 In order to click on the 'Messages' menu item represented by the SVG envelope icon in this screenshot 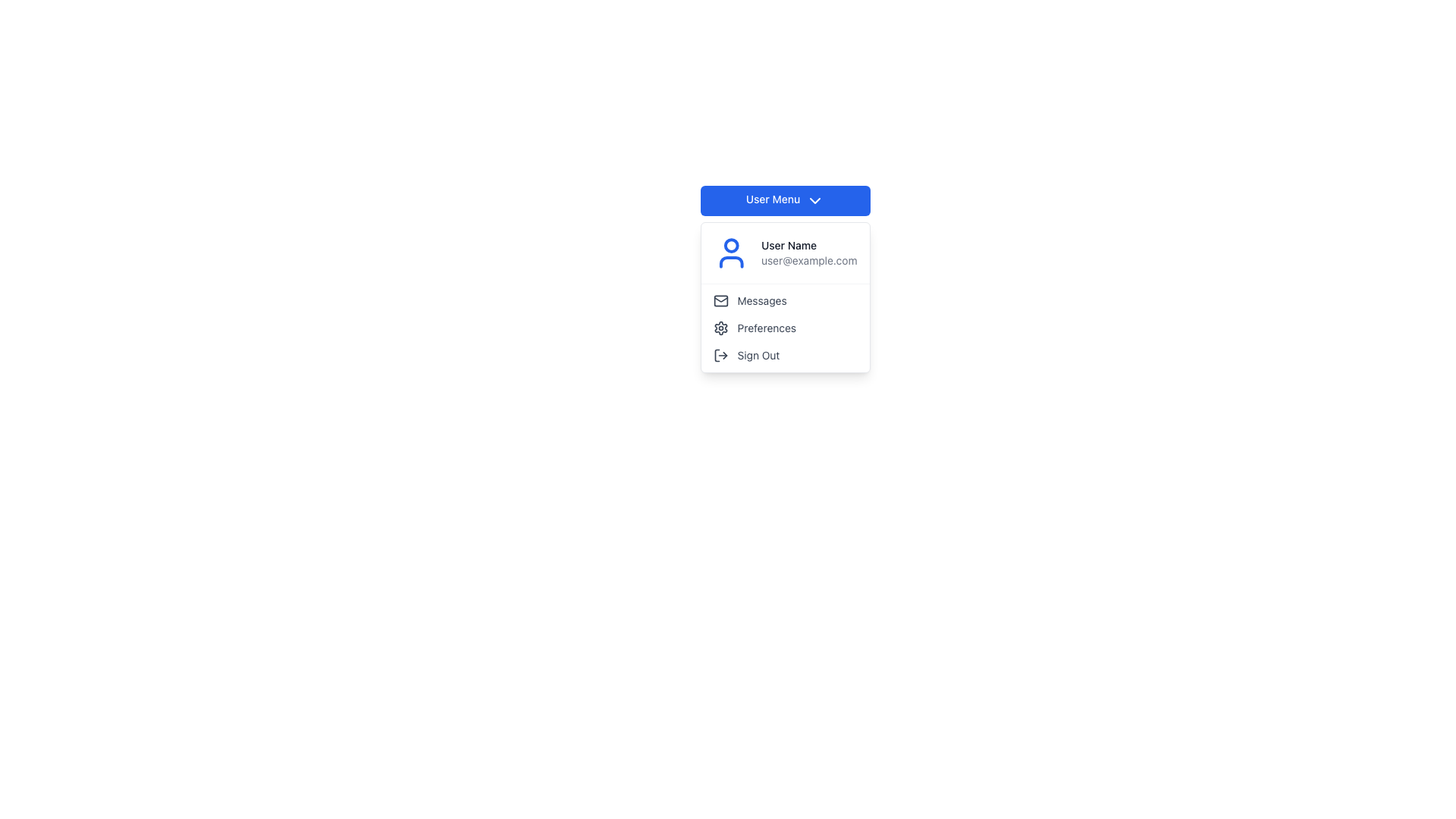, I will do `click(720, 300)`.